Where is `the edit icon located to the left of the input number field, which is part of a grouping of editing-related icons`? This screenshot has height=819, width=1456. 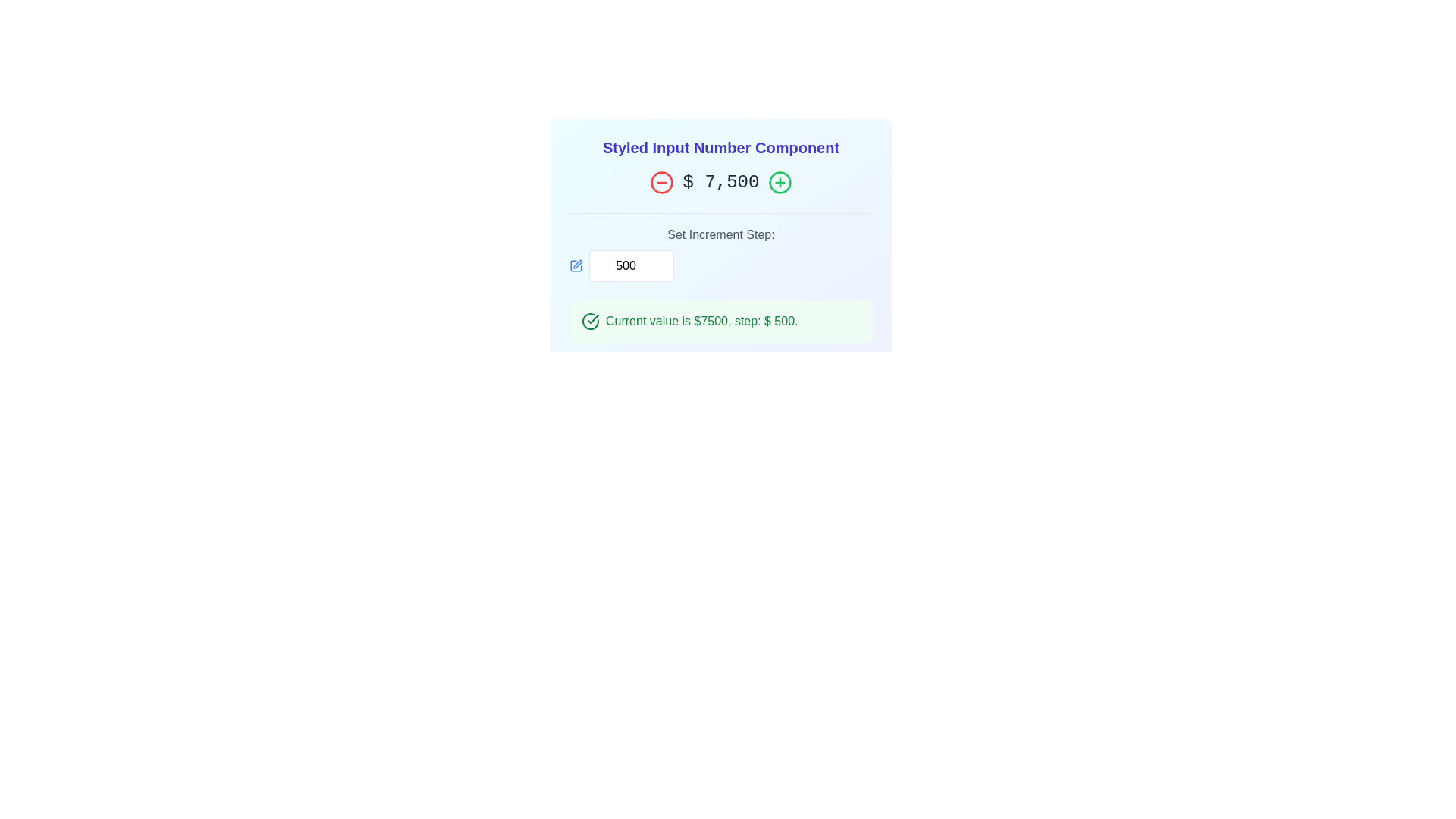 the edit icon located to the left of the input number field, which is part of a grouping of editing-related icons is located at coordinates (577, 263).